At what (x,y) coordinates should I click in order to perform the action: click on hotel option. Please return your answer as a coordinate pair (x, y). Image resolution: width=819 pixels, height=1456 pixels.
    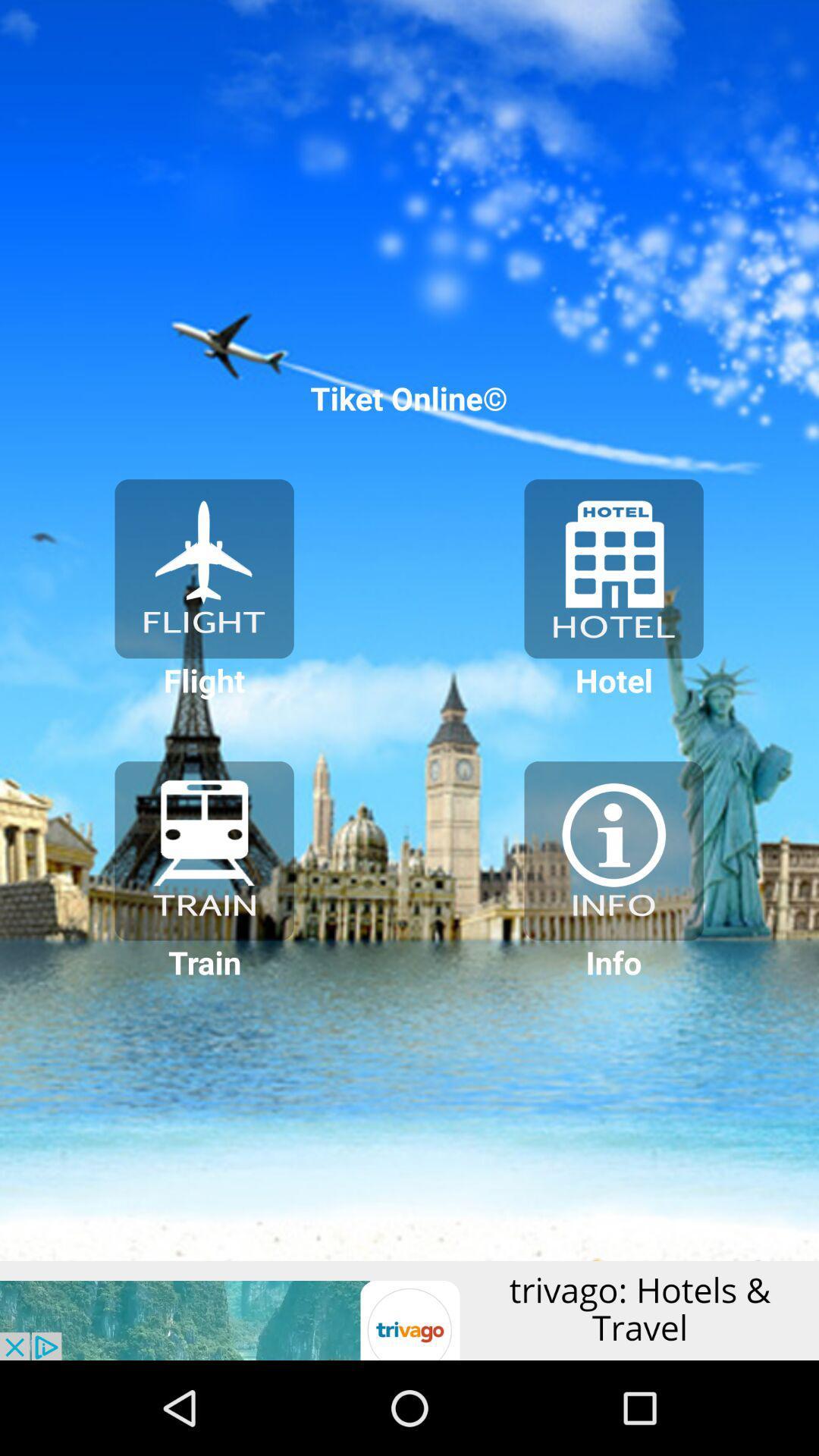
    Looking at the image, I should click on (613, 568).